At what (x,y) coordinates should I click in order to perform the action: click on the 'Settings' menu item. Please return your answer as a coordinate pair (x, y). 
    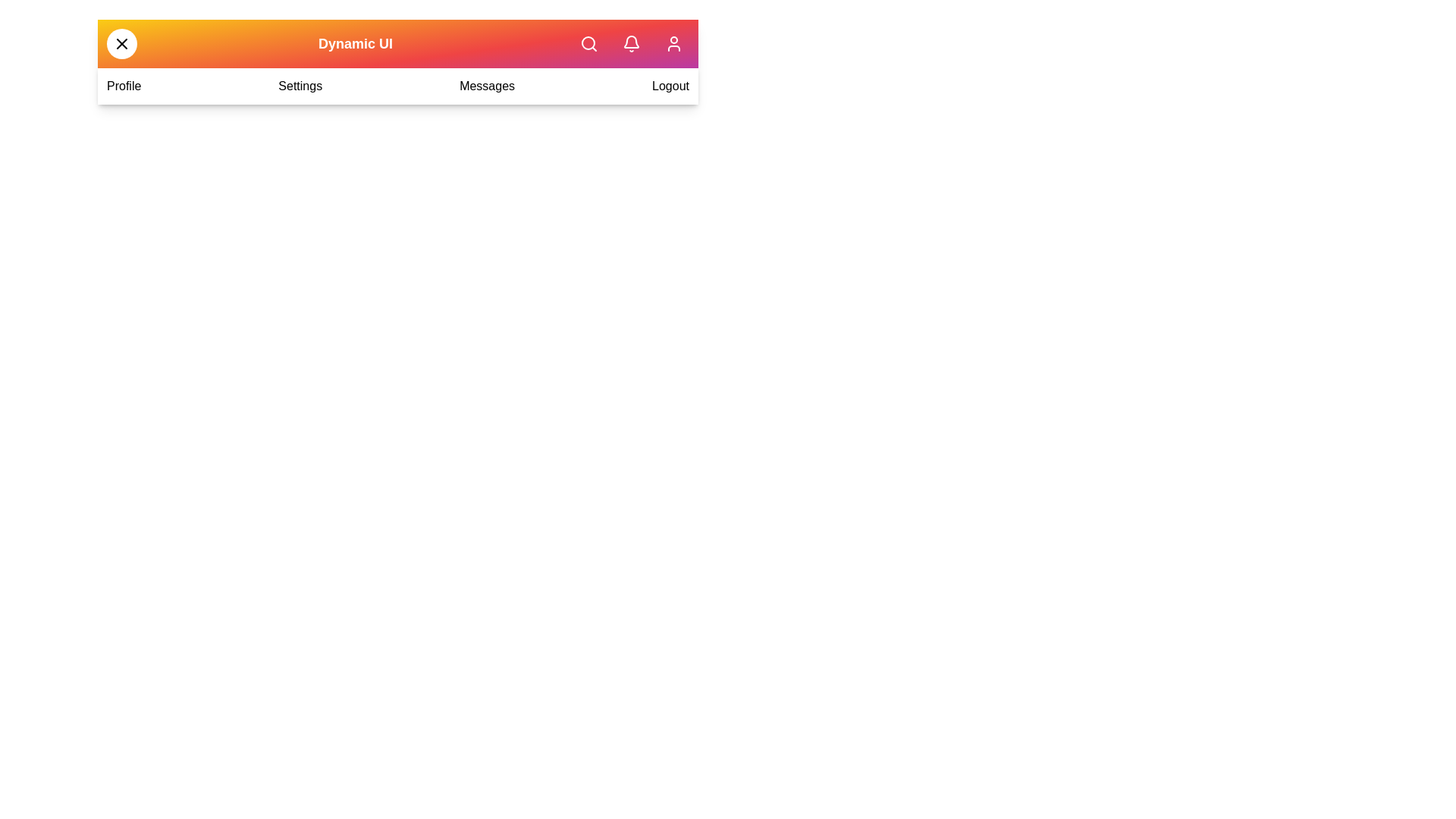
    Looking at the image, I should click on (300, 86).